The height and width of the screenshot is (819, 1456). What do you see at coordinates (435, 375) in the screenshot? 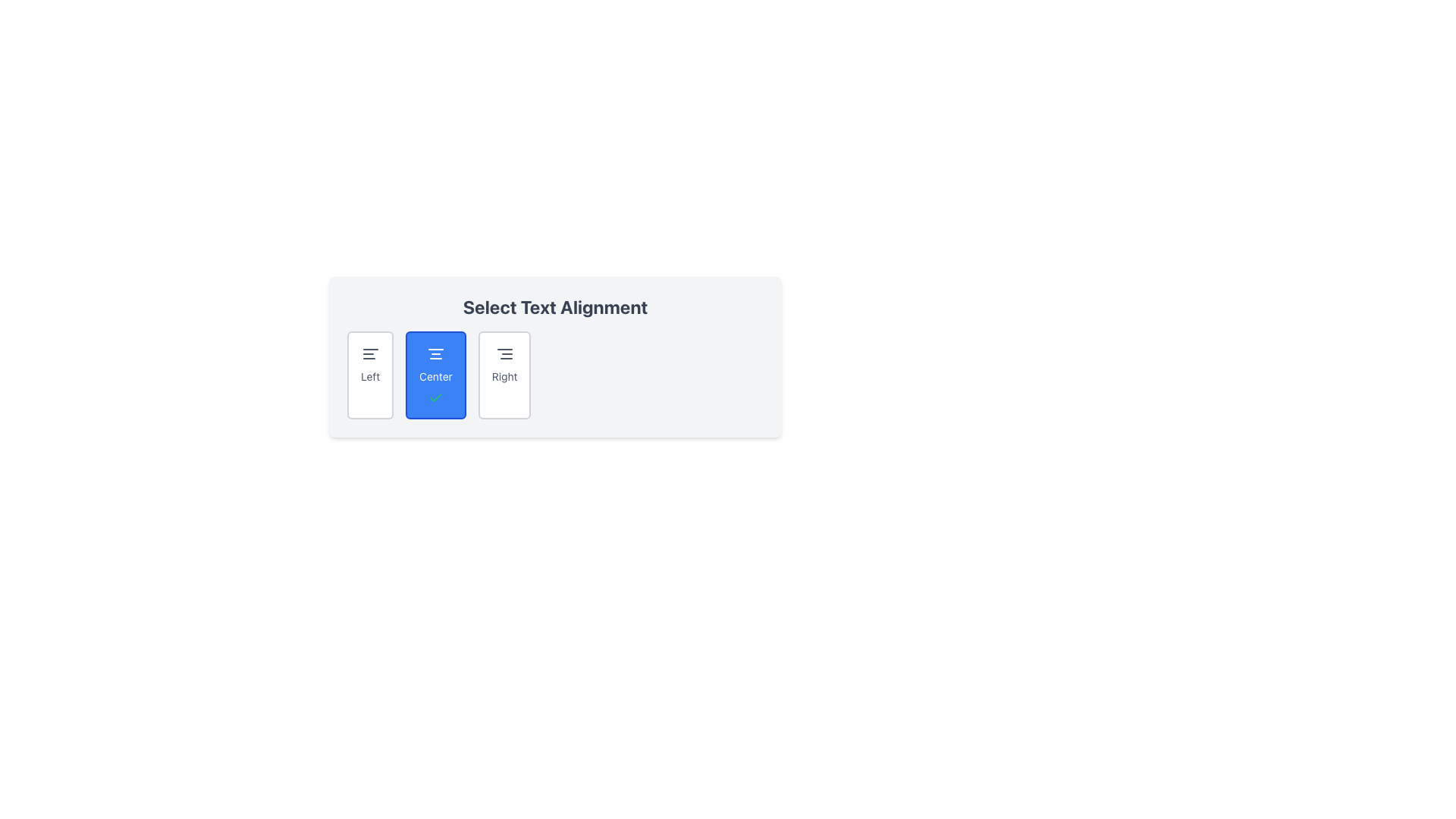
I see `the center alignment button, which is the middle button in the row of three alignment options (Left, Center, Right) located below the 'Select Text Alignment' title` at bounding box center [435, 375].